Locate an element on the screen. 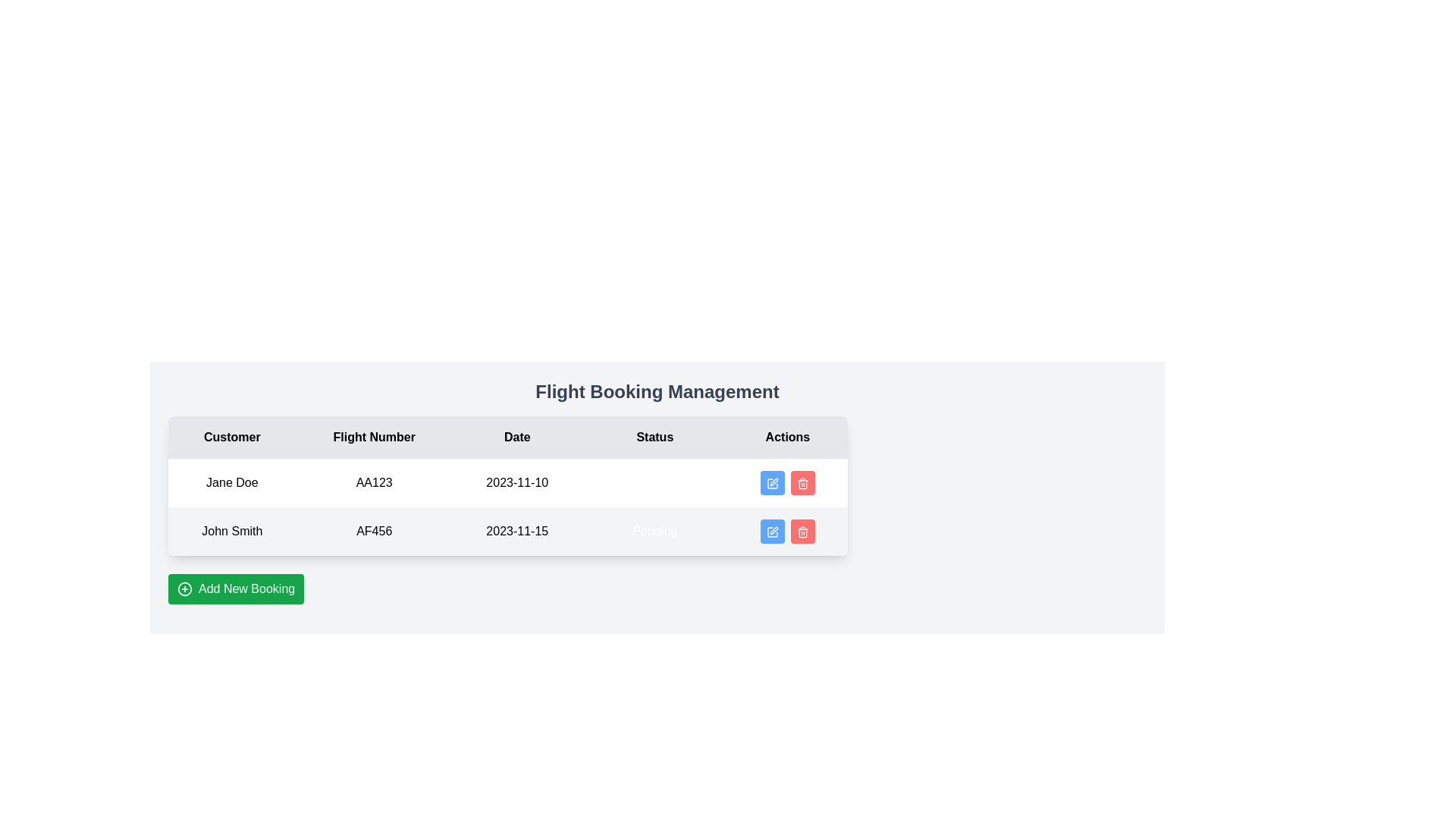 Image resolution: width=1456 pixels, height=819 pixels. the table cell displaying the booking date for 'Jane Doe' associated with flight number 'AA123' is located at coordinates (517, 482).